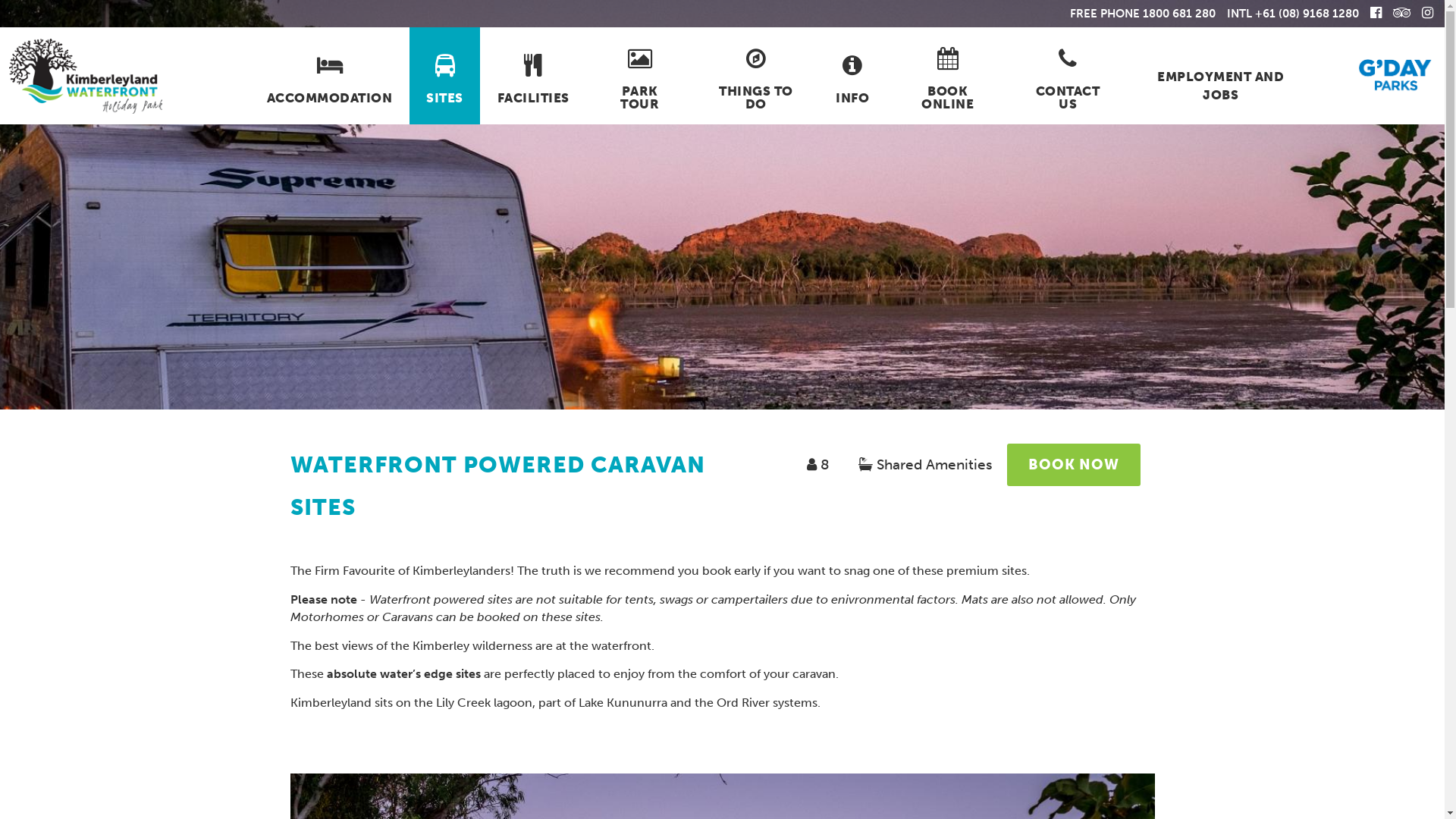 This screenshot has width=1456, height=819. I want to click on 'FACILITIES', so click(532, 76).